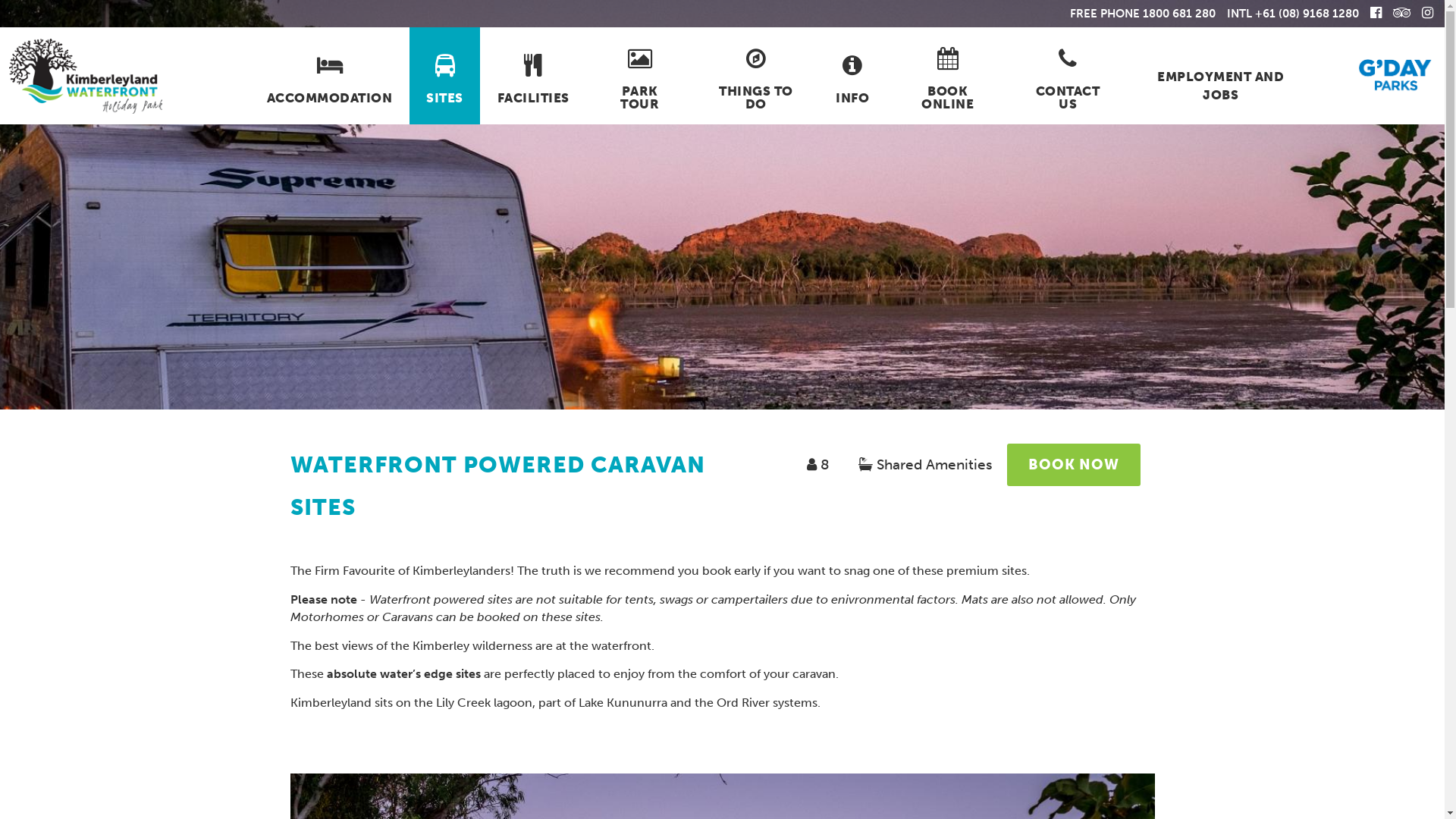 This screenshot has width=1456, height=819. I want to click on 'FACILITIES', so click(532, 76).